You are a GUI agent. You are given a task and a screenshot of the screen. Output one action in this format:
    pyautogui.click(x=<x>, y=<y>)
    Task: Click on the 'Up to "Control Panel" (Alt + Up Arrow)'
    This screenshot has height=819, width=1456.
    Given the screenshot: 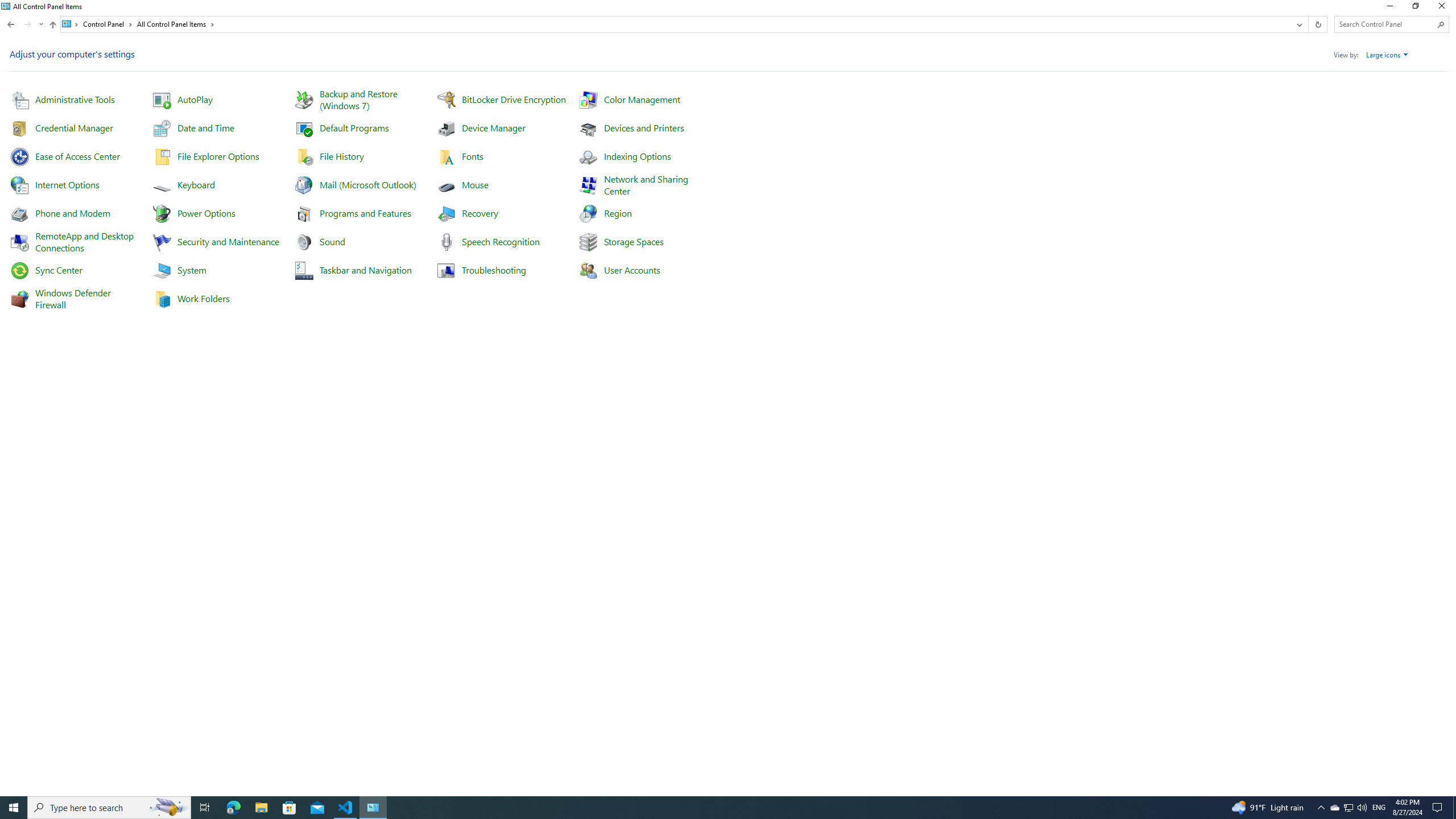 What is the action you would take?
    pyautogui.click(x=53, y=24)
    